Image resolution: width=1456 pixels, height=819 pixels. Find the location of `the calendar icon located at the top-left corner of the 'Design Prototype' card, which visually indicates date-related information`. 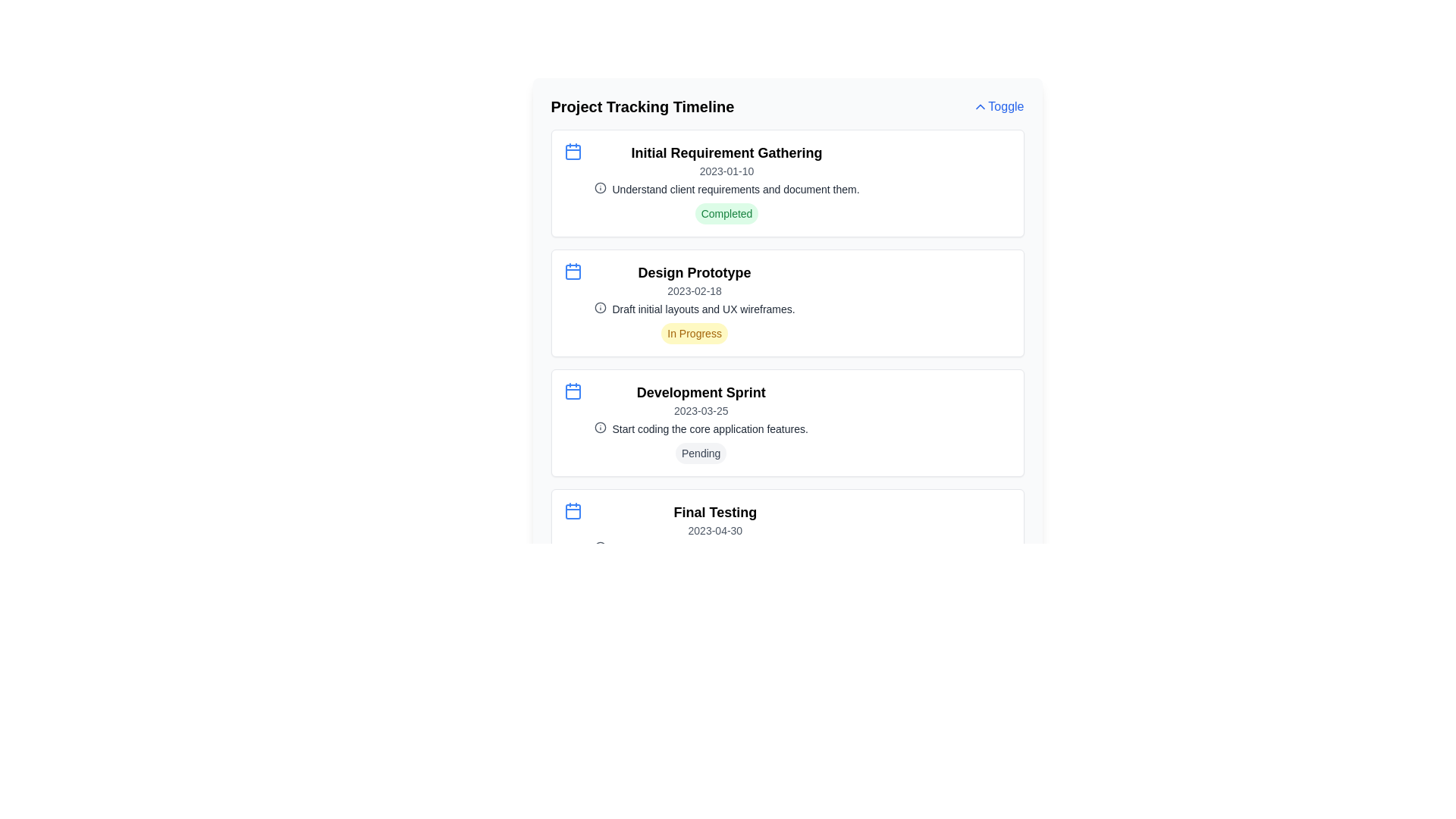

the calendar icon located at the top-left corner of the 'Design Prototype' card, which visually indicates date-related information is located at coordinates (572, 271).